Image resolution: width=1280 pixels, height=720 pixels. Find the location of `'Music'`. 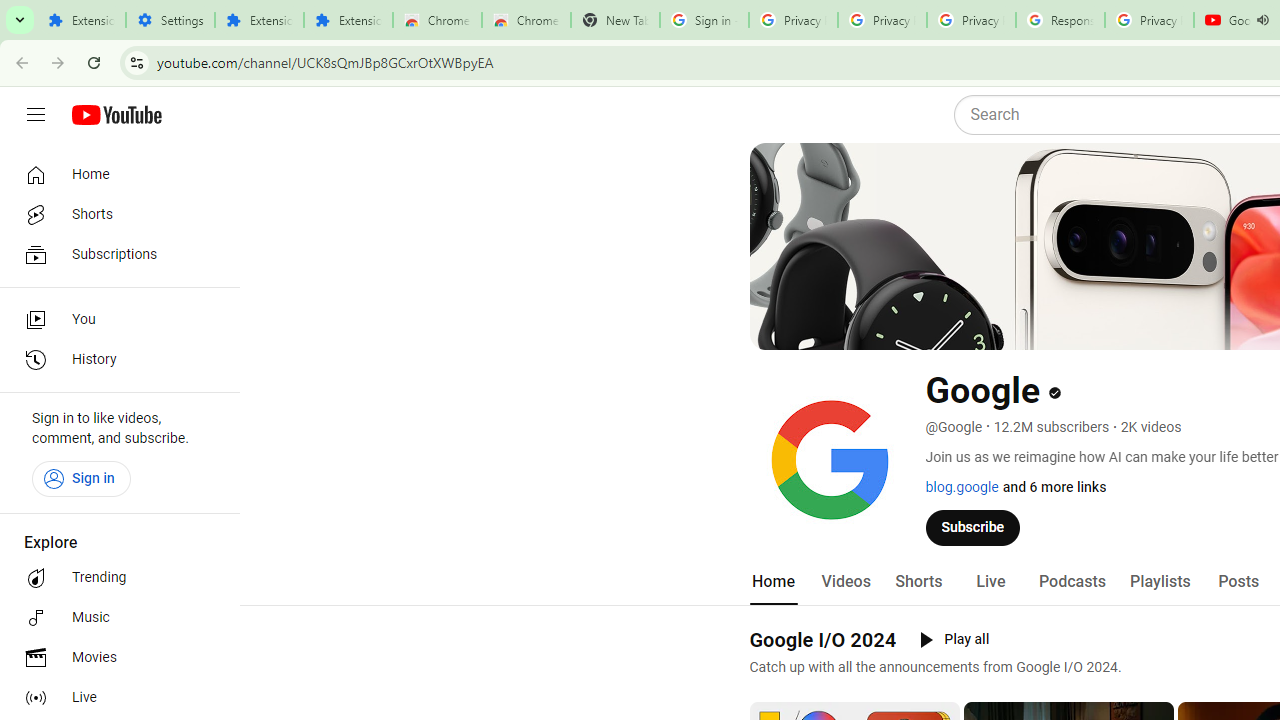

'Music' is located at coordinates (112, 617).